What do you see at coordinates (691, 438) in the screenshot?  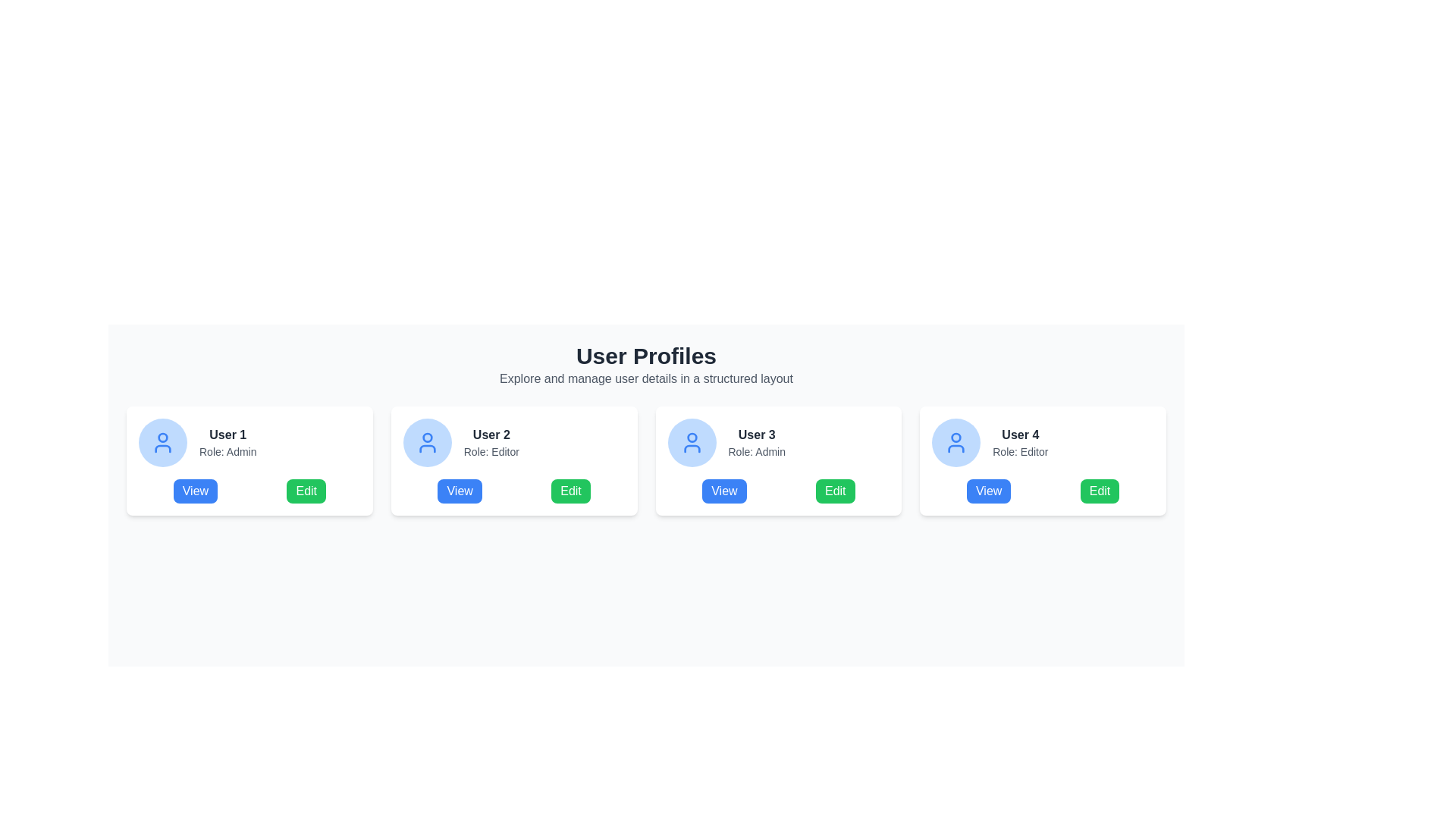 I see `the blue circular graphical shape representing the head section of the abstract user outline for 'User 3' in the profile card layout` at bounding box center [691, 438].